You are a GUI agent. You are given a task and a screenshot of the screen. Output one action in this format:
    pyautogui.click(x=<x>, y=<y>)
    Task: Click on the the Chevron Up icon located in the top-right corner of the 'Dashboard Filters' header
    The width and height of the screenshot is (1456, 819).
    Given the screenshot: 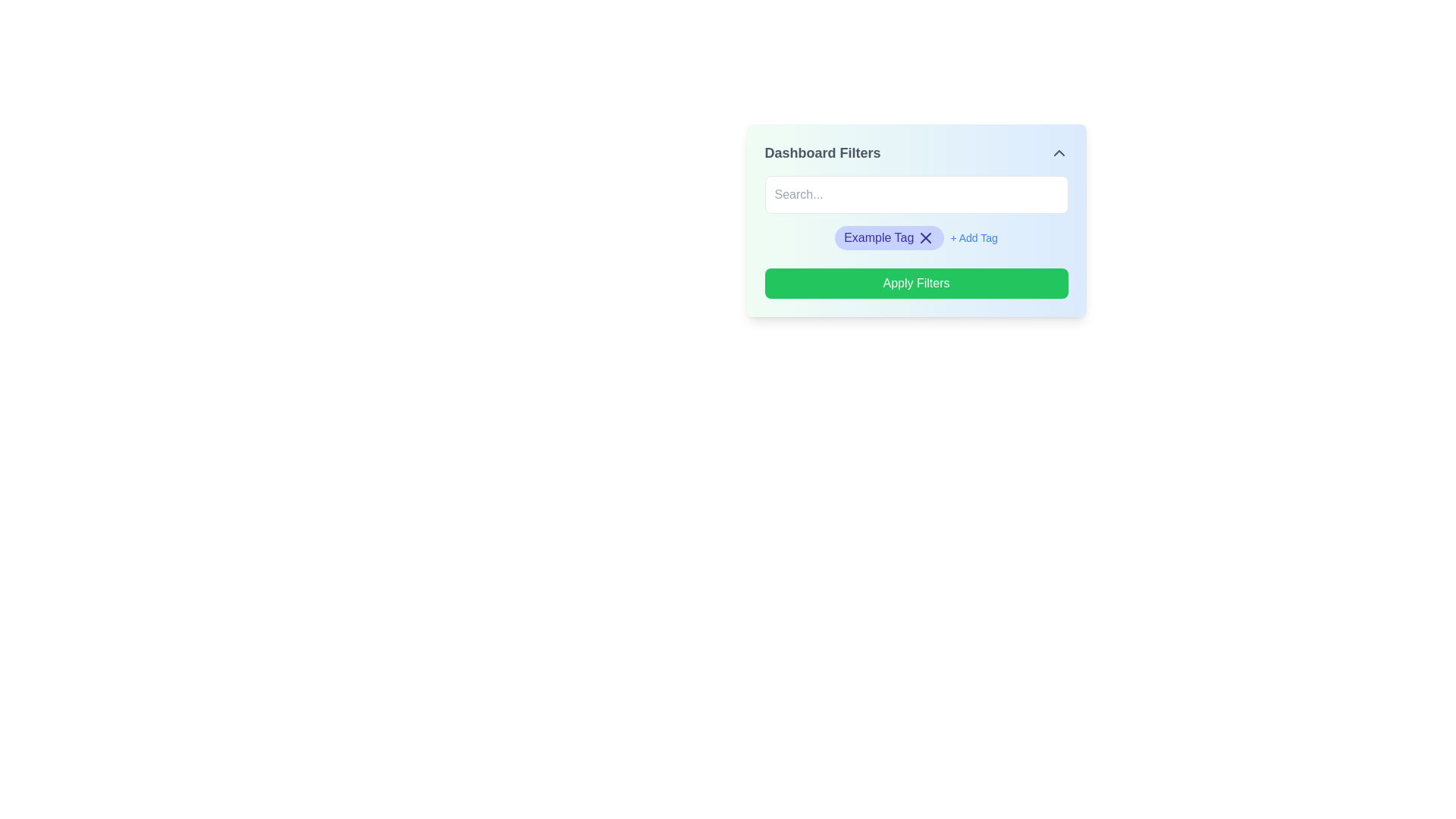 What is the action you would take?
    pyautogui.click(x=1058, y=152)
    